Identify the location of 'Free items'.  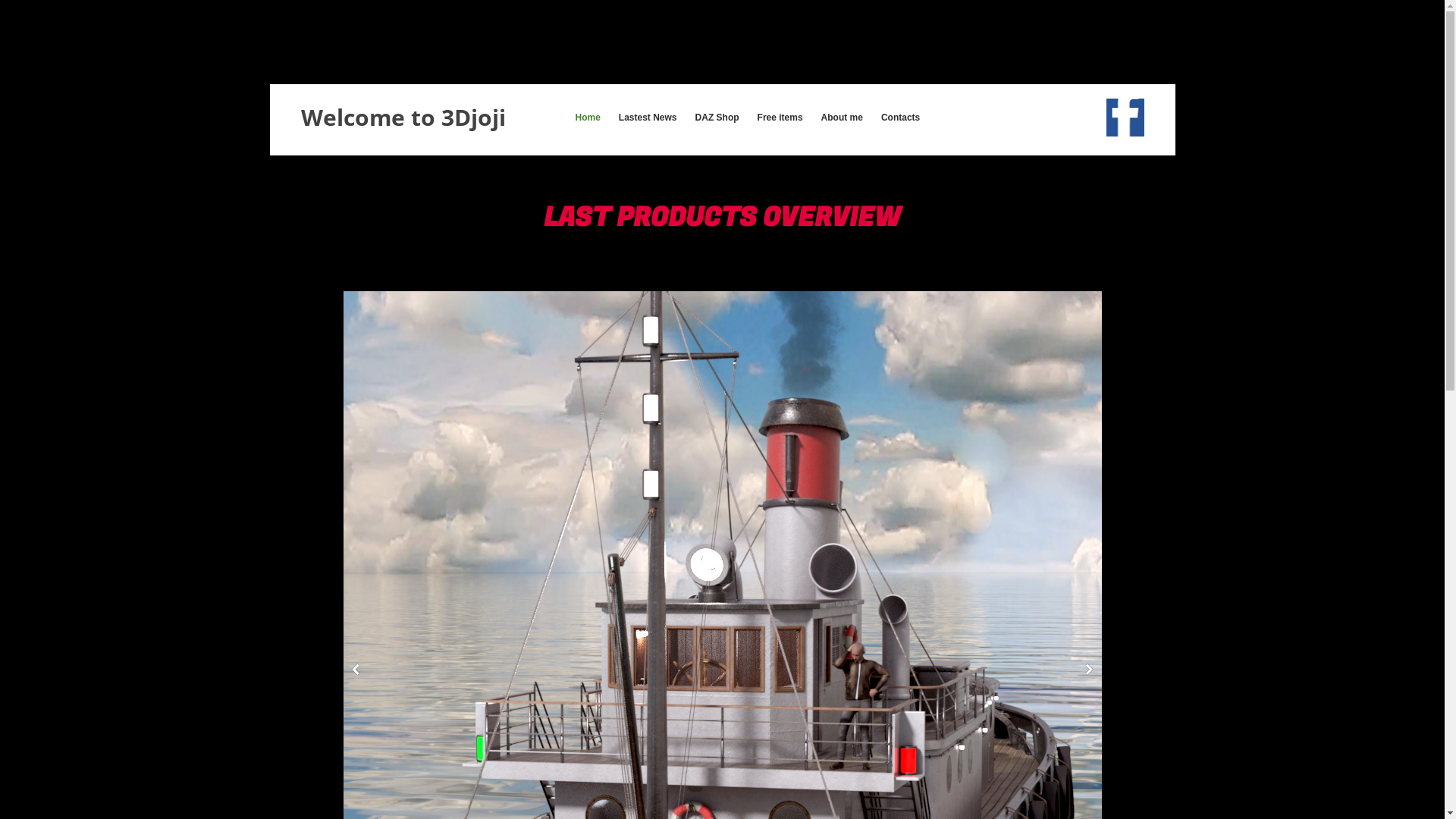
(780, 116).